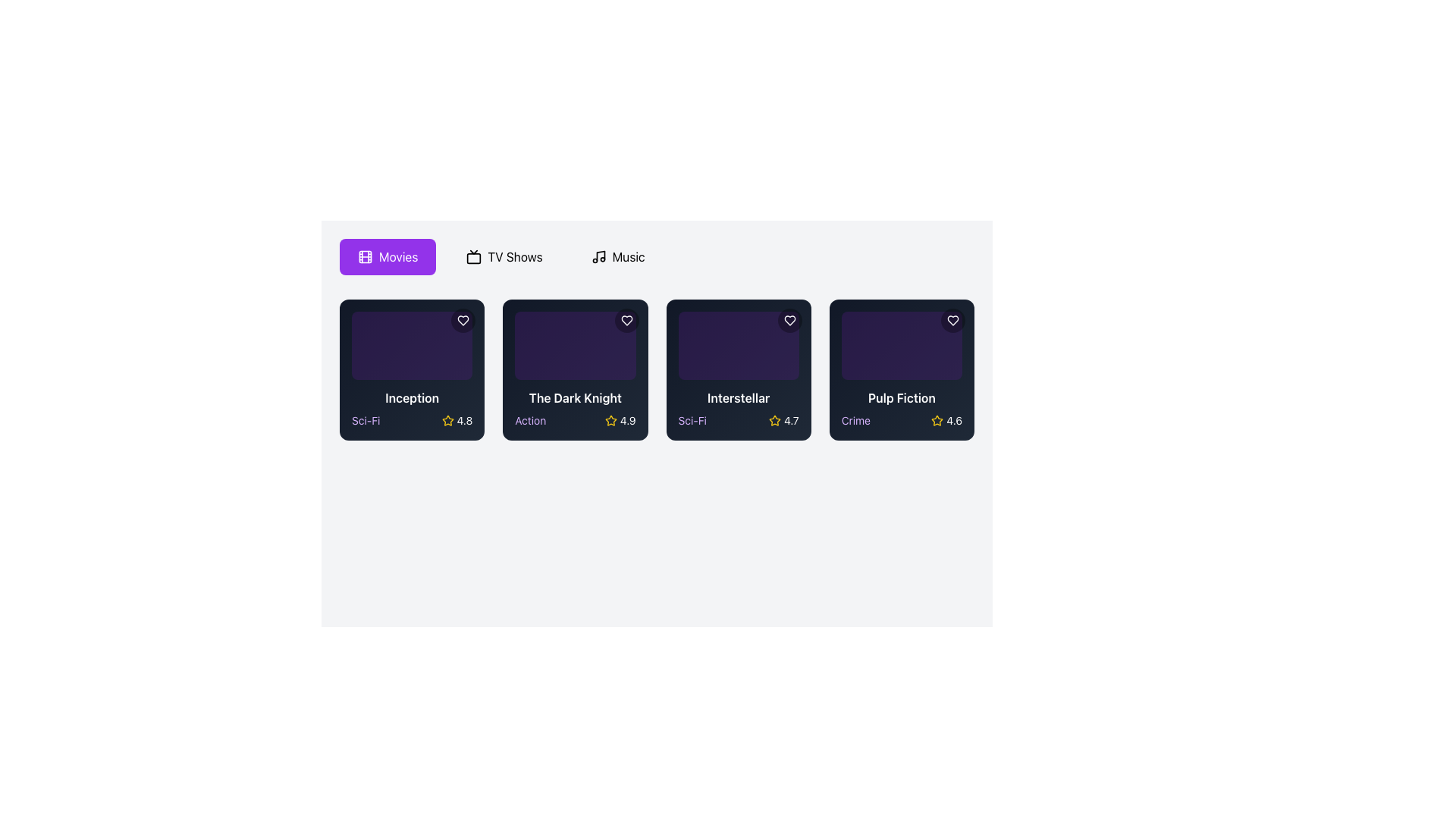 Image resolution: width=1456 pixels, height=819 pixels. Describe the element at coordinates (953, 420) in the screenshot. I see `numeric text displaying the rating for the movie 'Pulp Fiction', located next to the yellow star icon in the fourth column of the movie cards` at that location.